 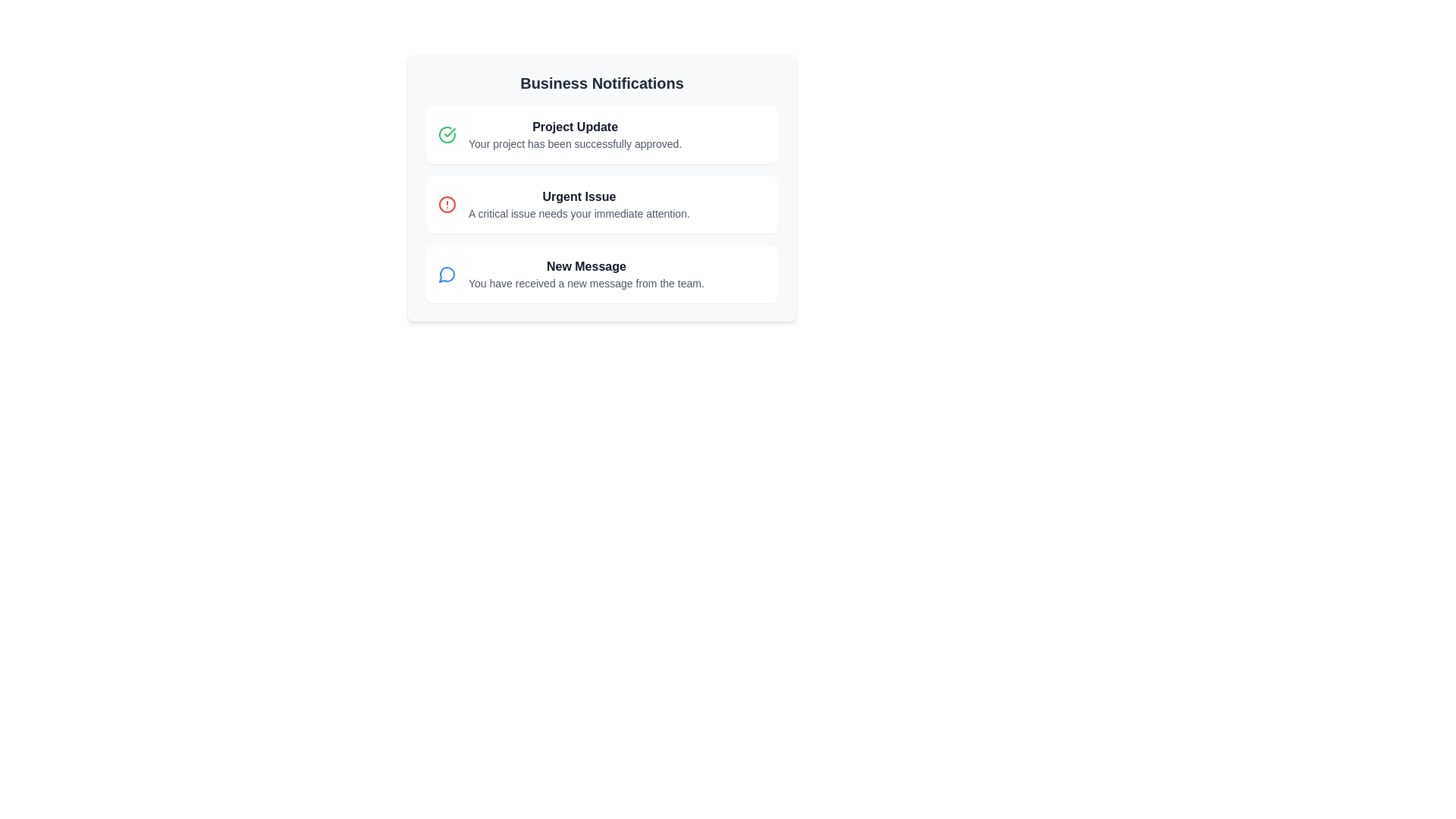 I want to click on text content located underneath the 'Project Update' header within the 'Business Notifications' card, which provides a confirmation or information about the success of an action, so click(x=574, y=143).